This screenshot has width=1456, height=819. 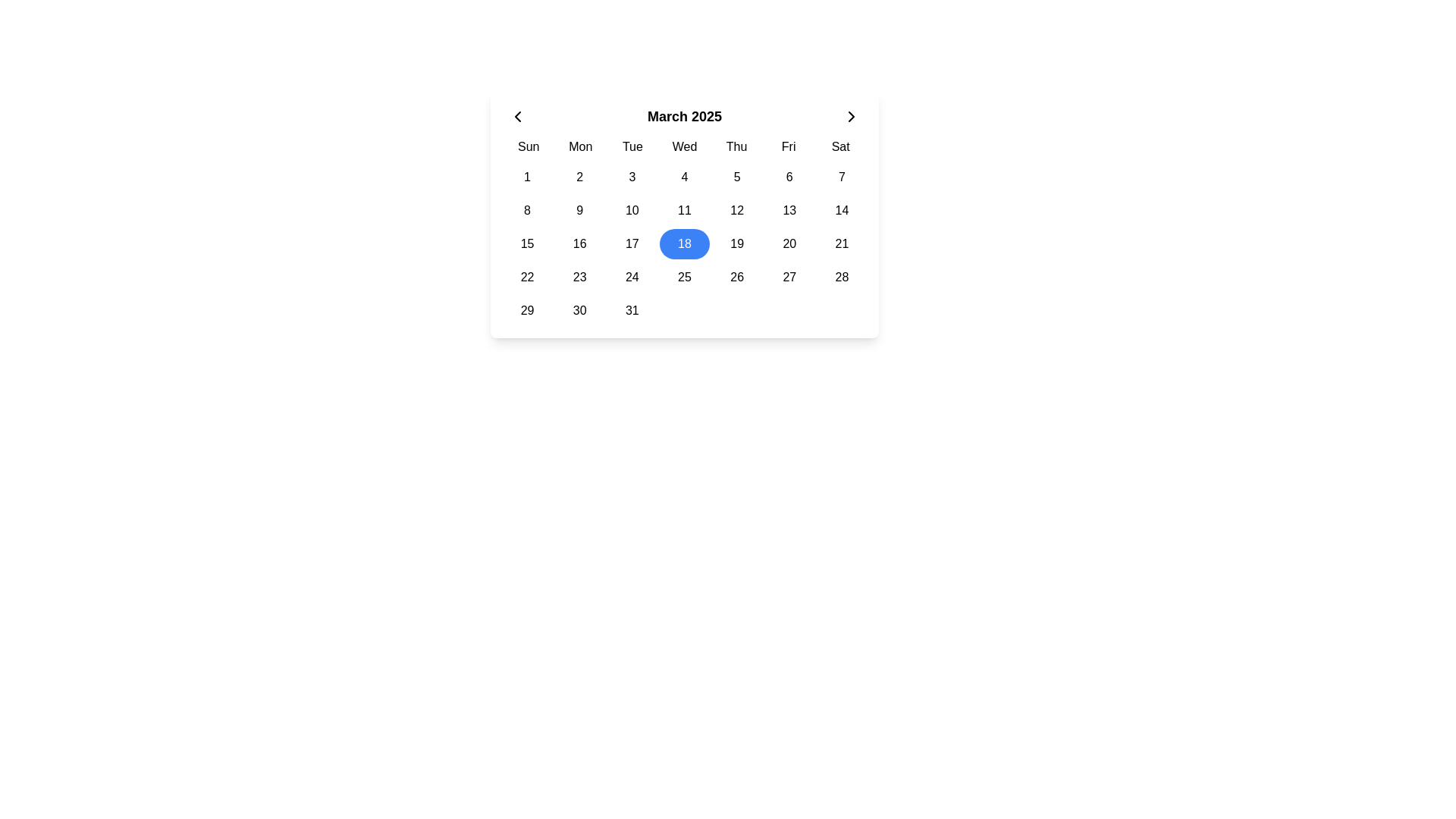 What do you see at coordinates (789, 278) in the screenshot?
I see `the circular button labeled '27'` at bounding box center [789, 278].